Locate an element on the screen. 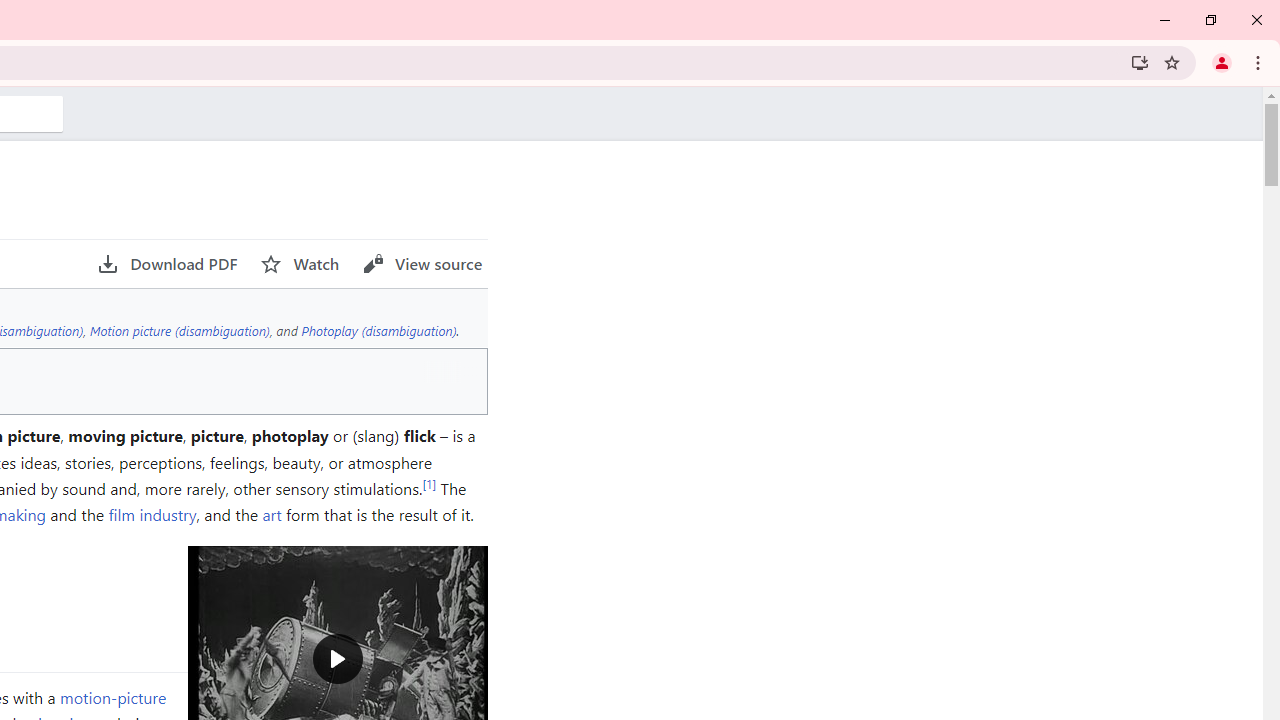 The height and width of the screenshot is (720, 1280). 'AutomationID: minerva-download' is located at coordinates (167, 263).